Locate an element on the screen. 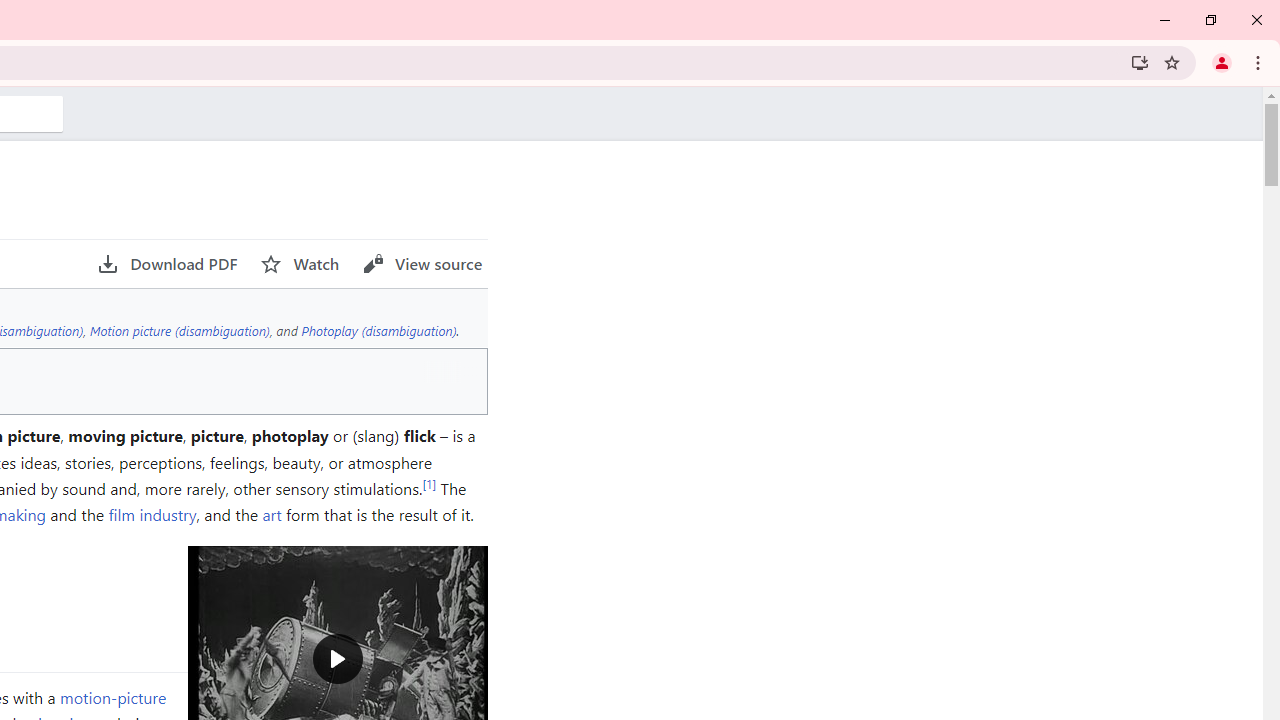 The height and width of the screenshot is (720, 1280). 'AutomationID: minerva-download' is located at coordinates (167, 263).